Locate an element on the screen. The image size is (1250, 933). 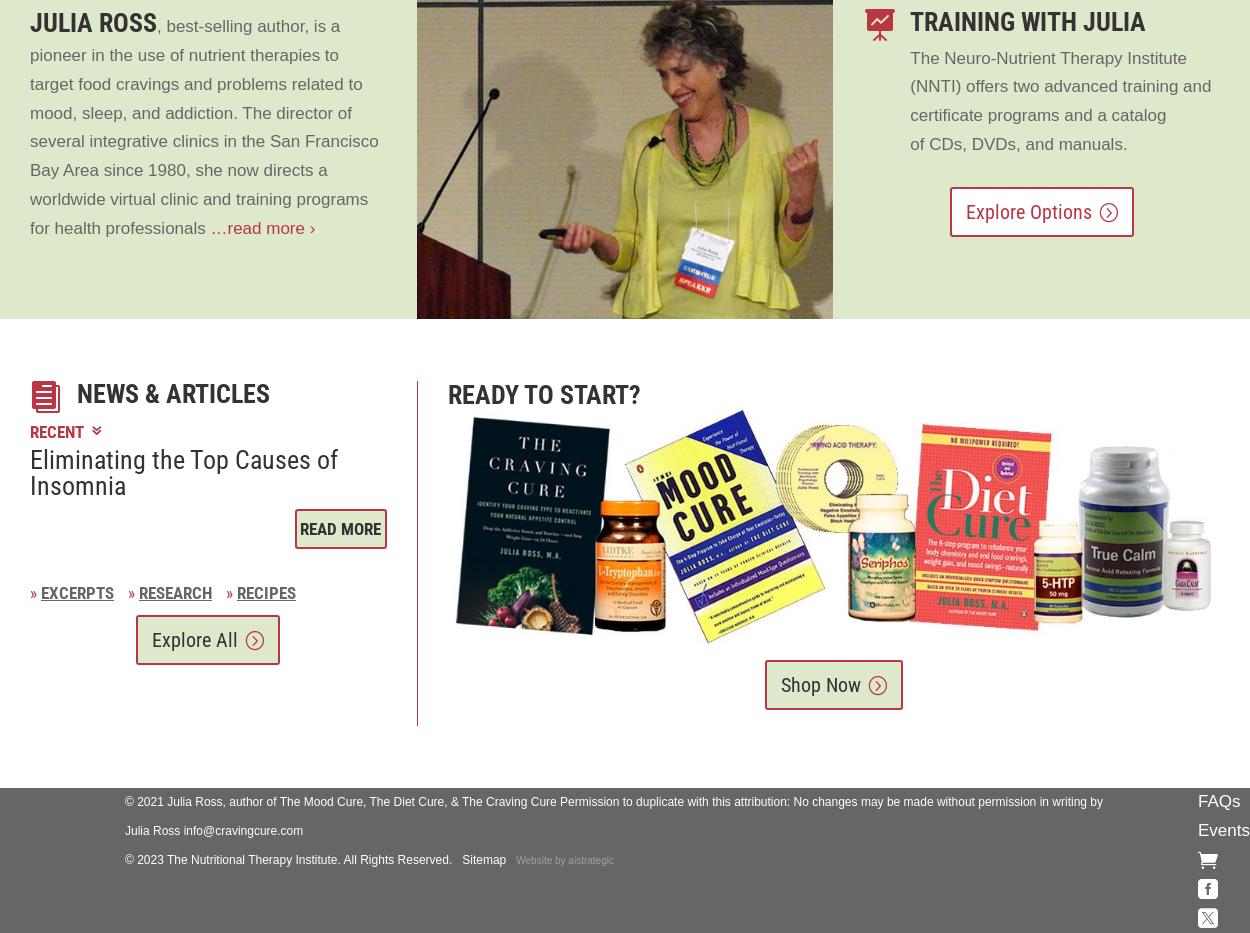
'JULIA ROSS' is located at coordinates (92, 21).